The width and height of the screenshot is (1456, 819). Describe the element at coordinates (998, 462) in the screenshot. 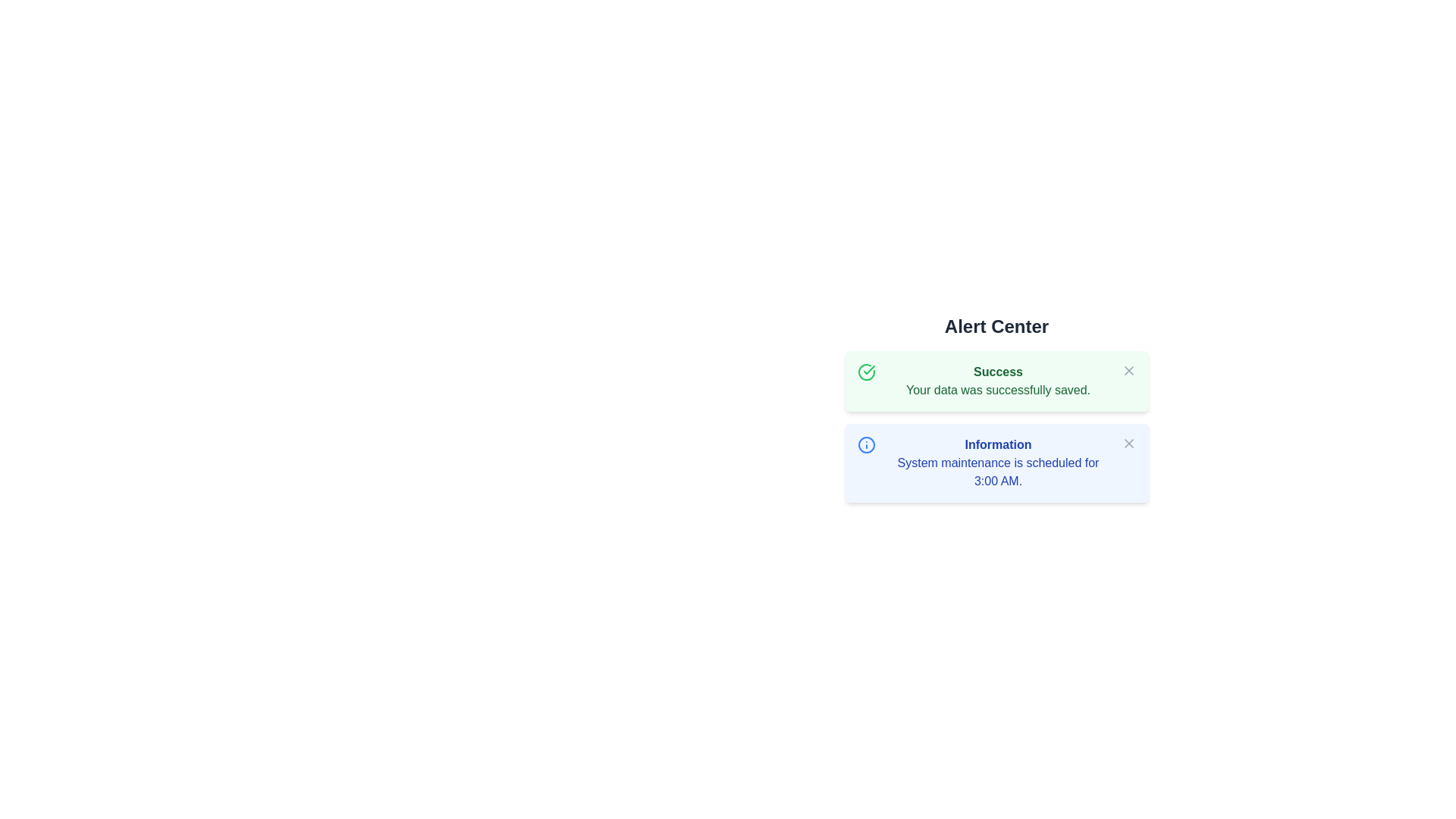

I see `the text-based notification about scheduled system maintenance located in the second notification box of the 'Alert Center' interface, directly beneath the 'Success' notification message` at that location.